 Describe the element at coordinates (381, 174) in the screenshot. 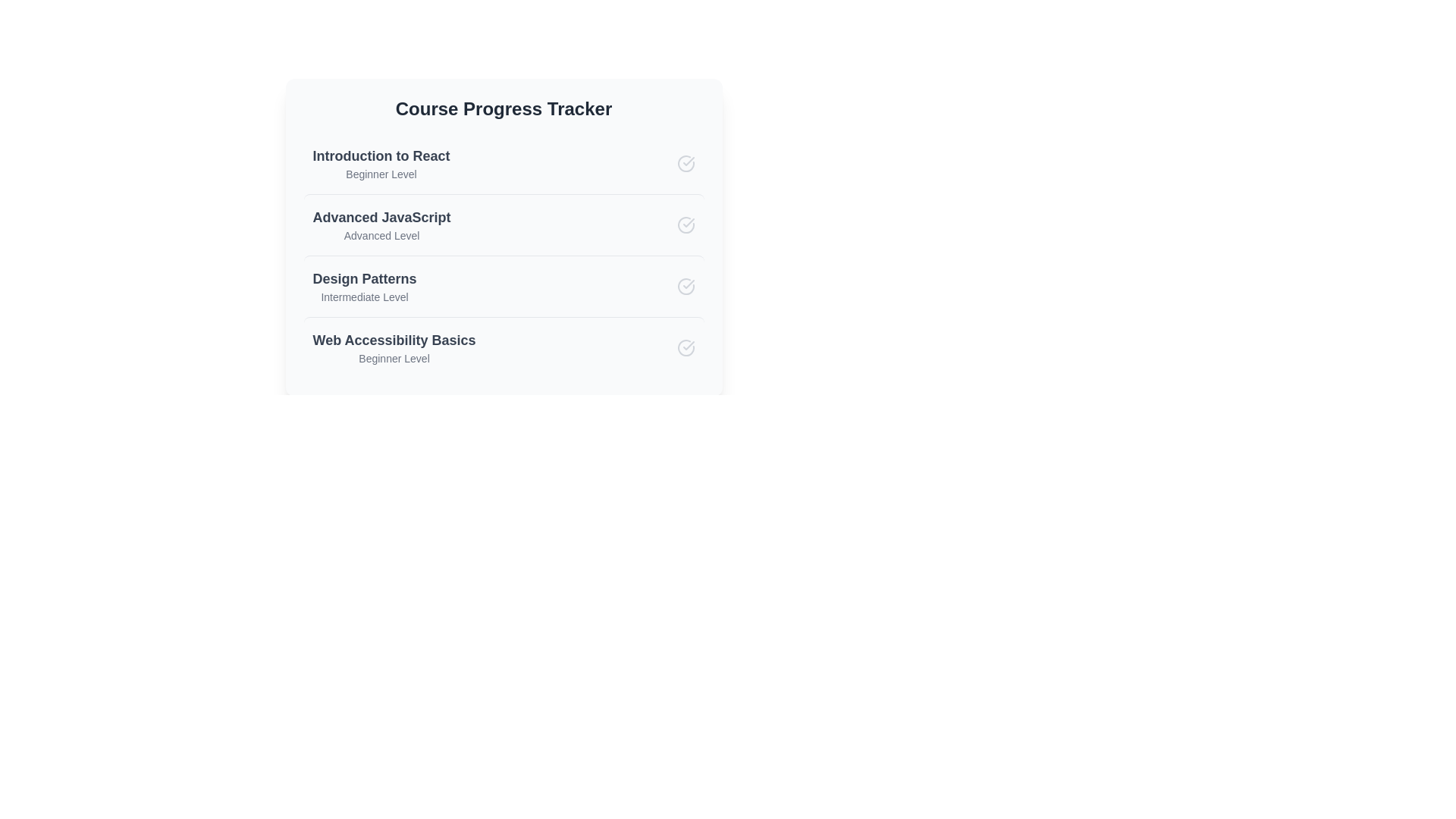

I see `the text label indicating the difficulty or suitability level of the course, which is located directly below 'Introduction to React'` at that location.